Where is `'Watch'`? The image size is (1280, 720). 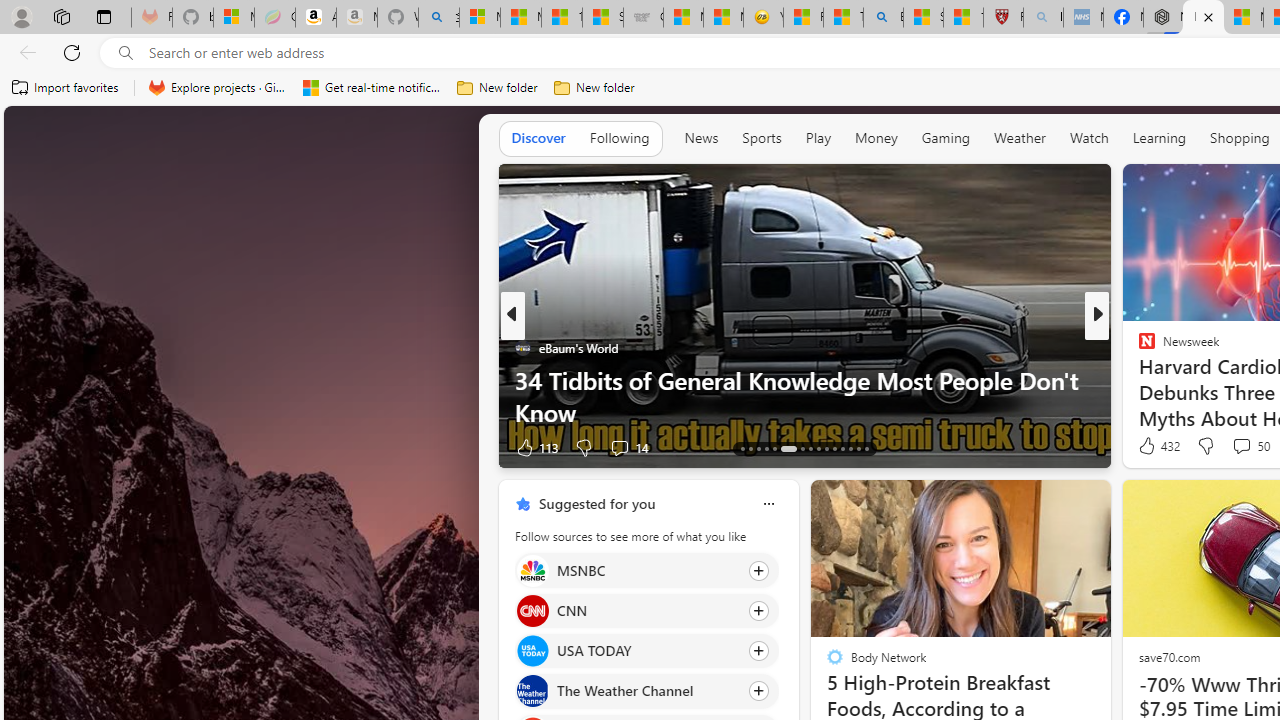
'Watch' is located at coordinates (1088, 137).